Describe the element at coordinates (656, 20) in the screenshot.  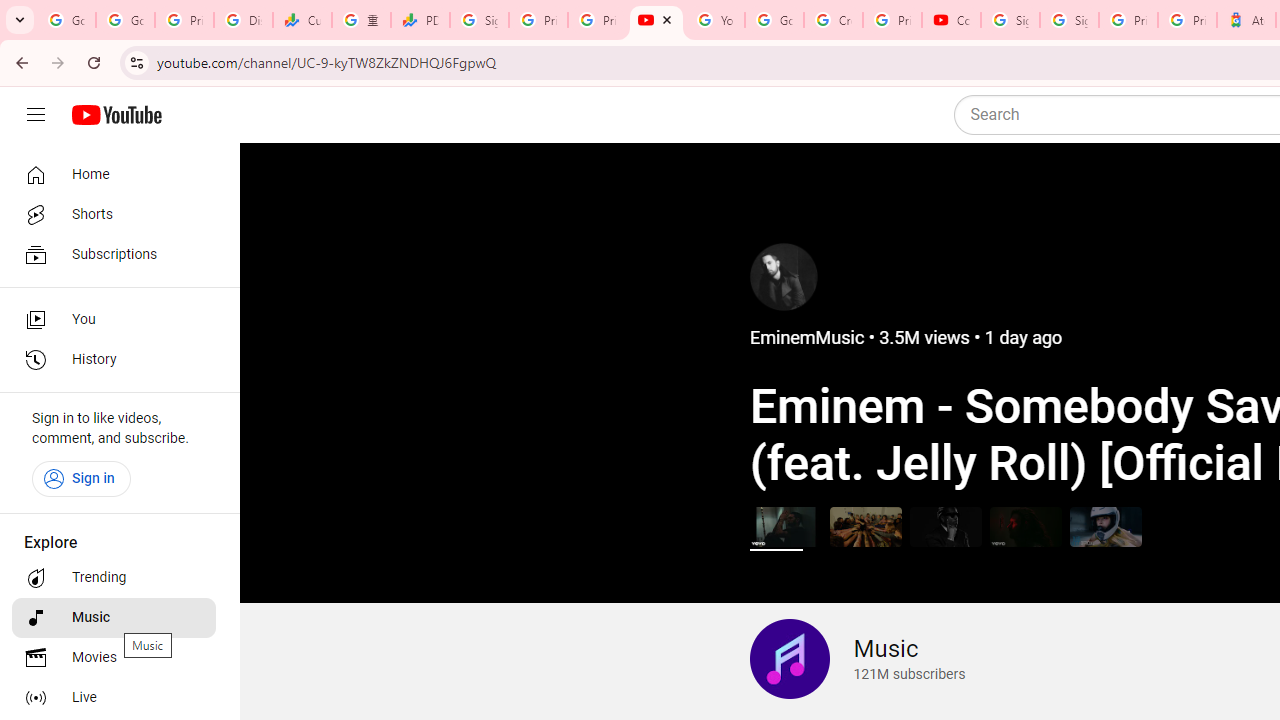
I see `'The Music Channel - YouTube'` at that location.